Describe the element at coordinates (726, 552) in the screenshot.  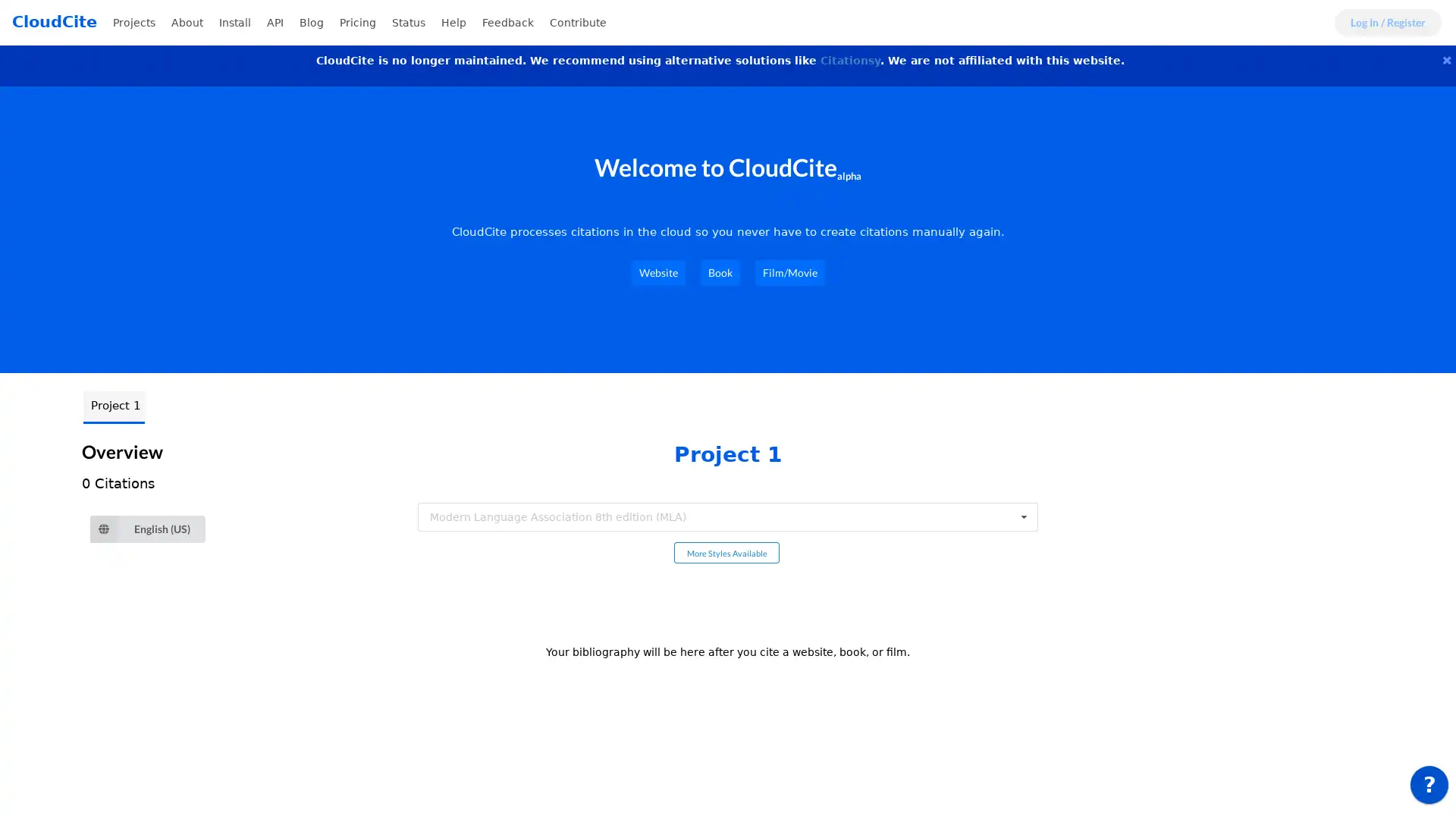
I see `More Styles Available` at that location.